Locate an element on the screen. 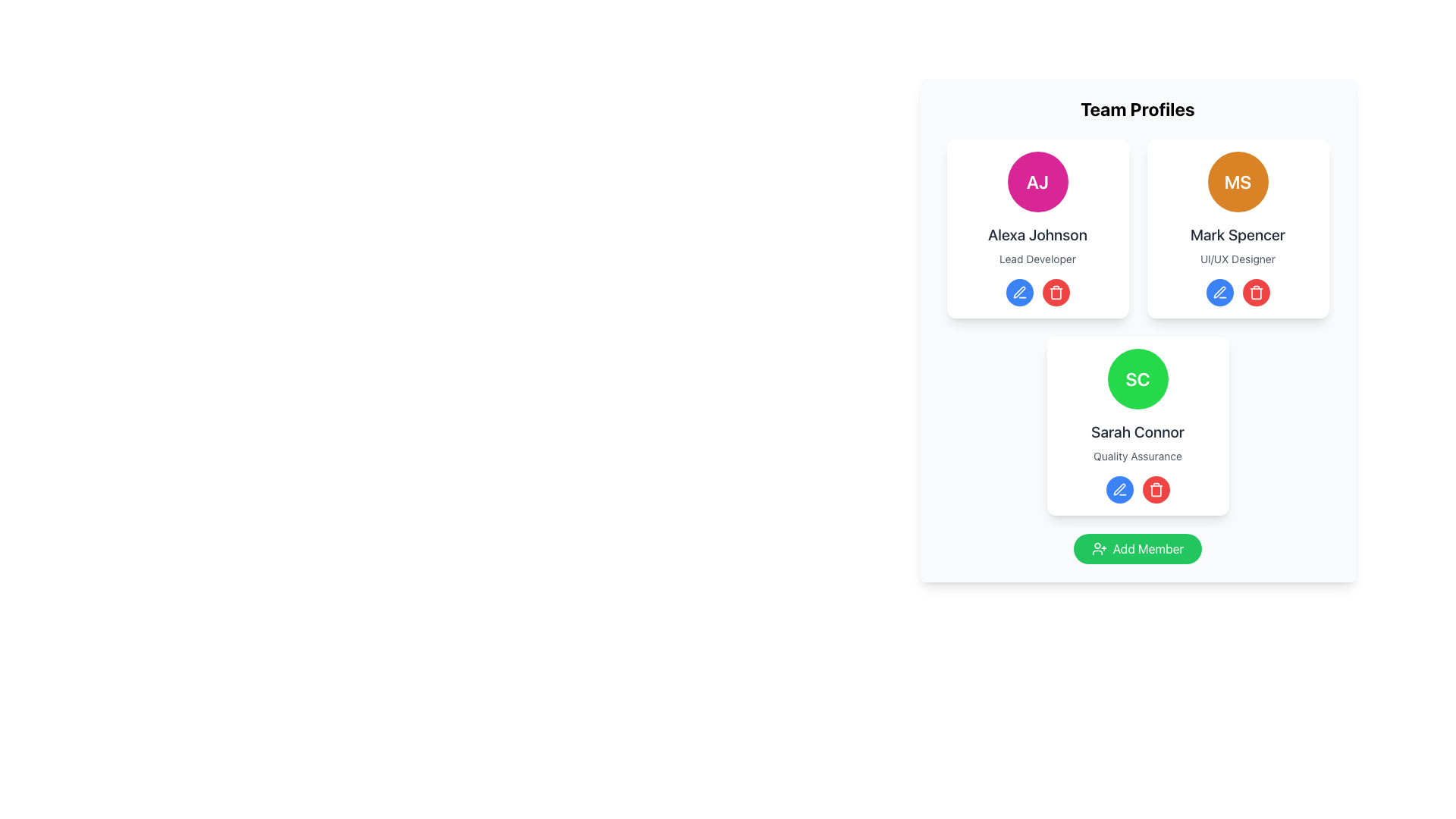  the text label describing the role or position of 'Mark Spencer' within his profile card, located beneath his name and above the action buttons is located at coordinates (1238, 259).